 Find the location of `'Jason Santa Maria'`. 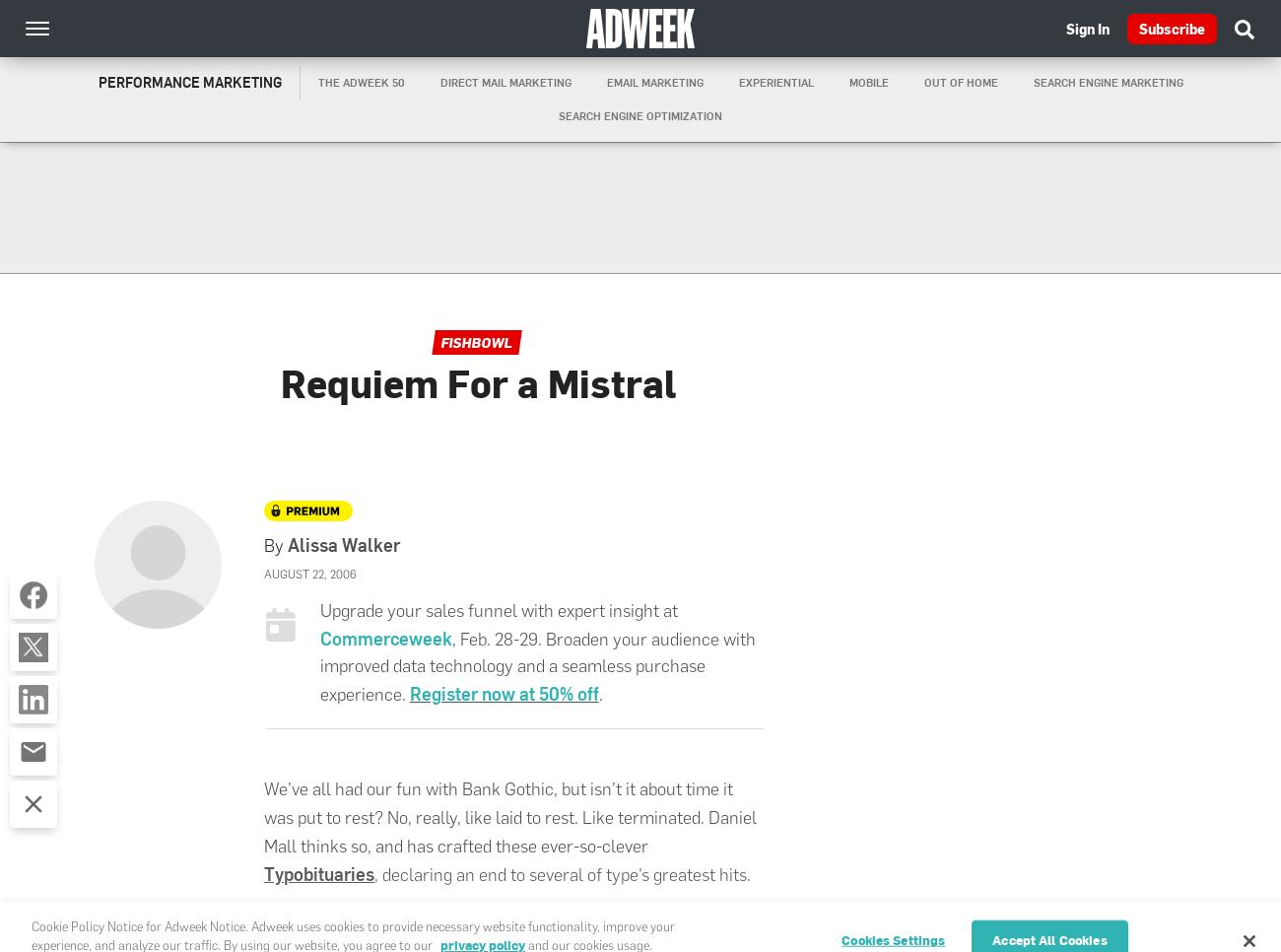

'Jason Santa Maria' is located at coordinates (455, 920).